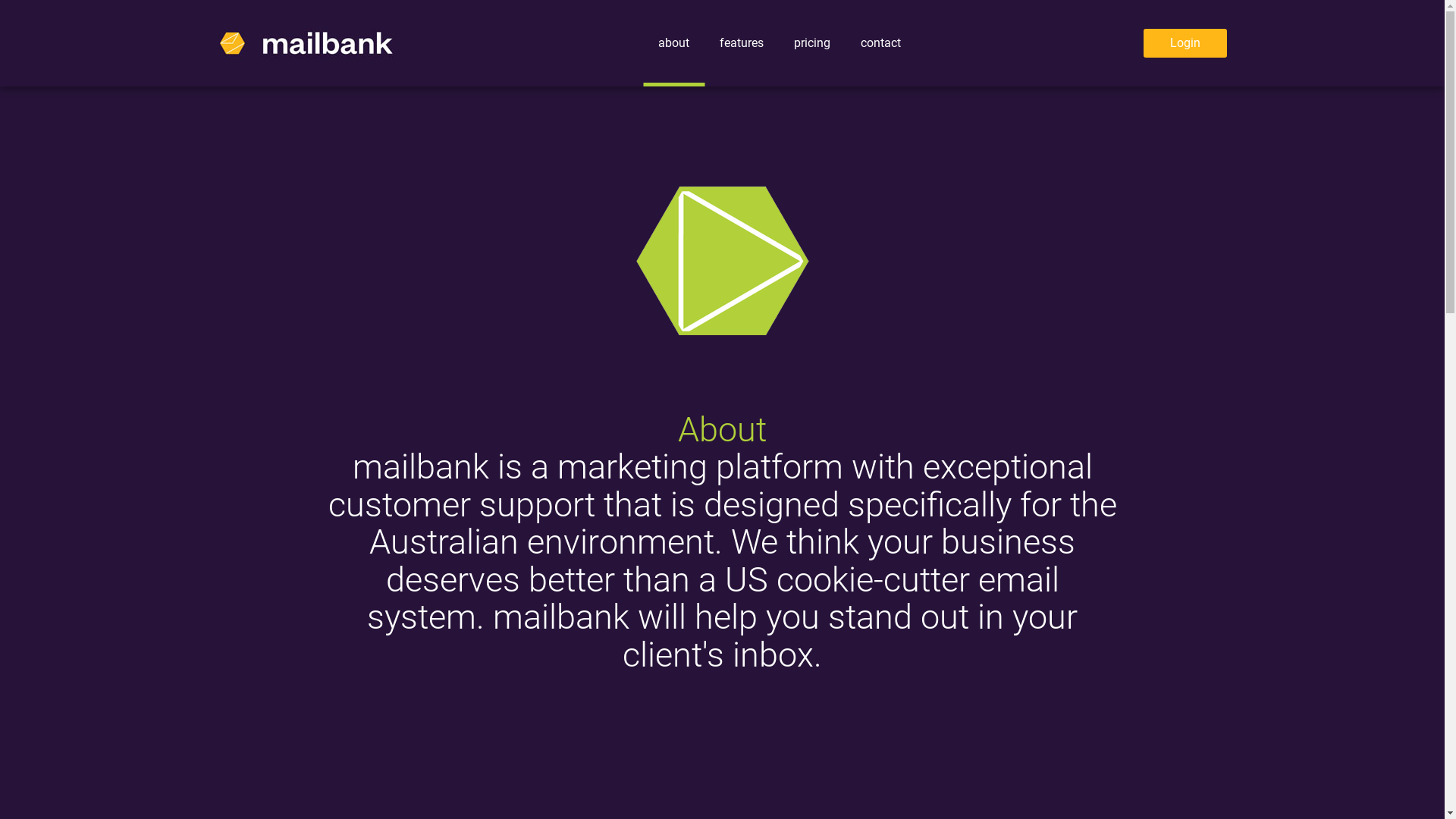  I want to click on 'pricing', so click(811, 42).